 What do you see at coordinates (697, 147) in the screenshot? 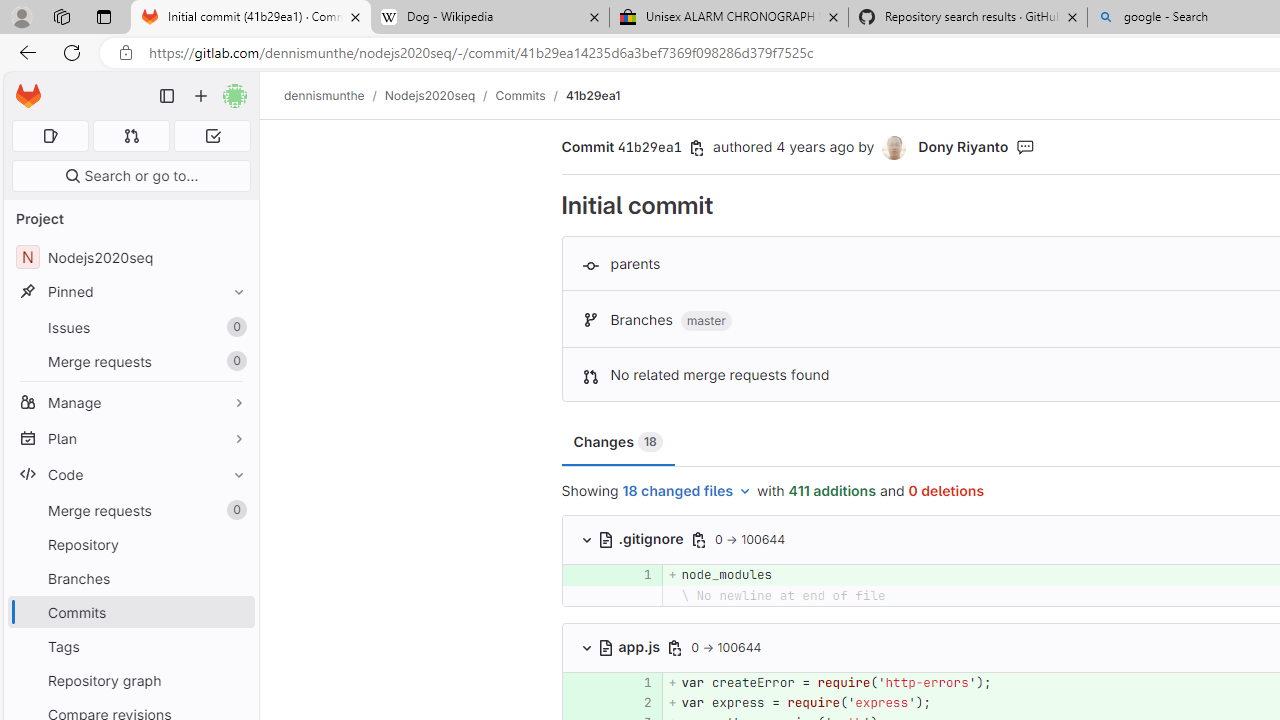
I see `'Copy commit SHA'` at bounding box center [697, 147].